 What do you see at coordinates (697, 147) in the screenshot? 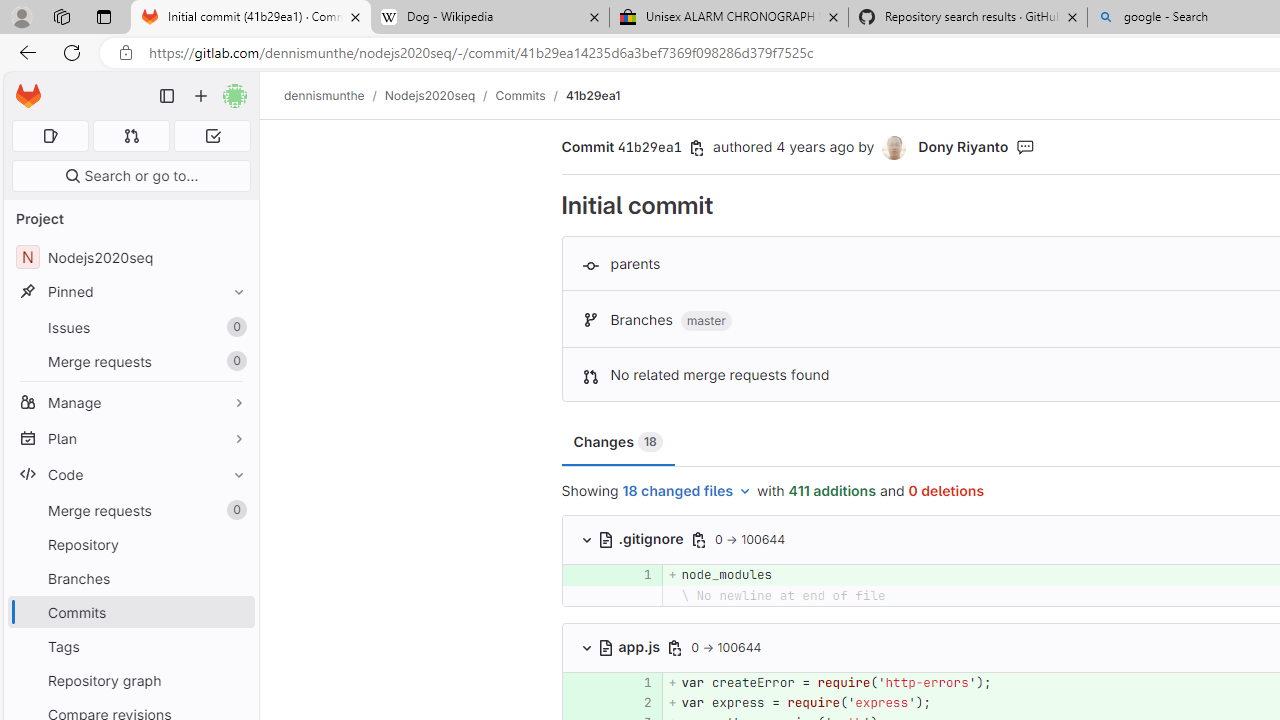
I see `'Copy commit SHA'` at bounding box center [697, 147].